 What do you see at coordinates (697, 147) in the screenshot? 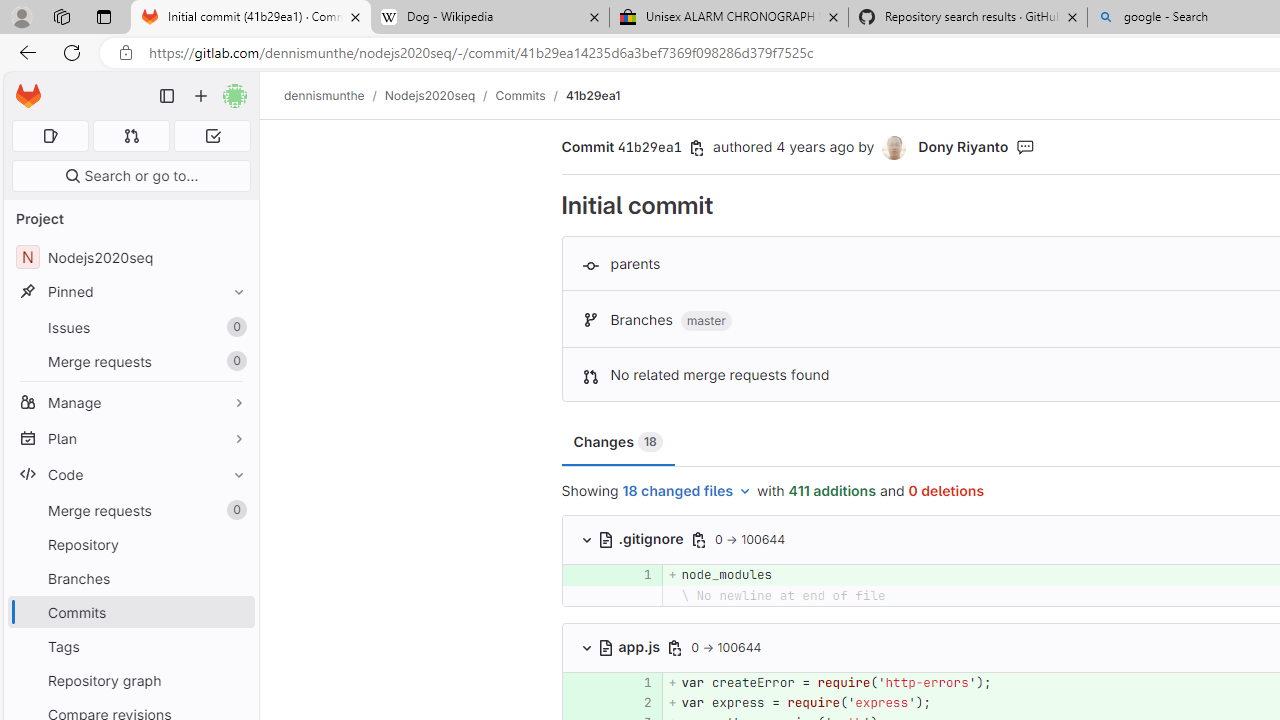
I see `'Copy commit SHA'` at bounding box center [697, 147].